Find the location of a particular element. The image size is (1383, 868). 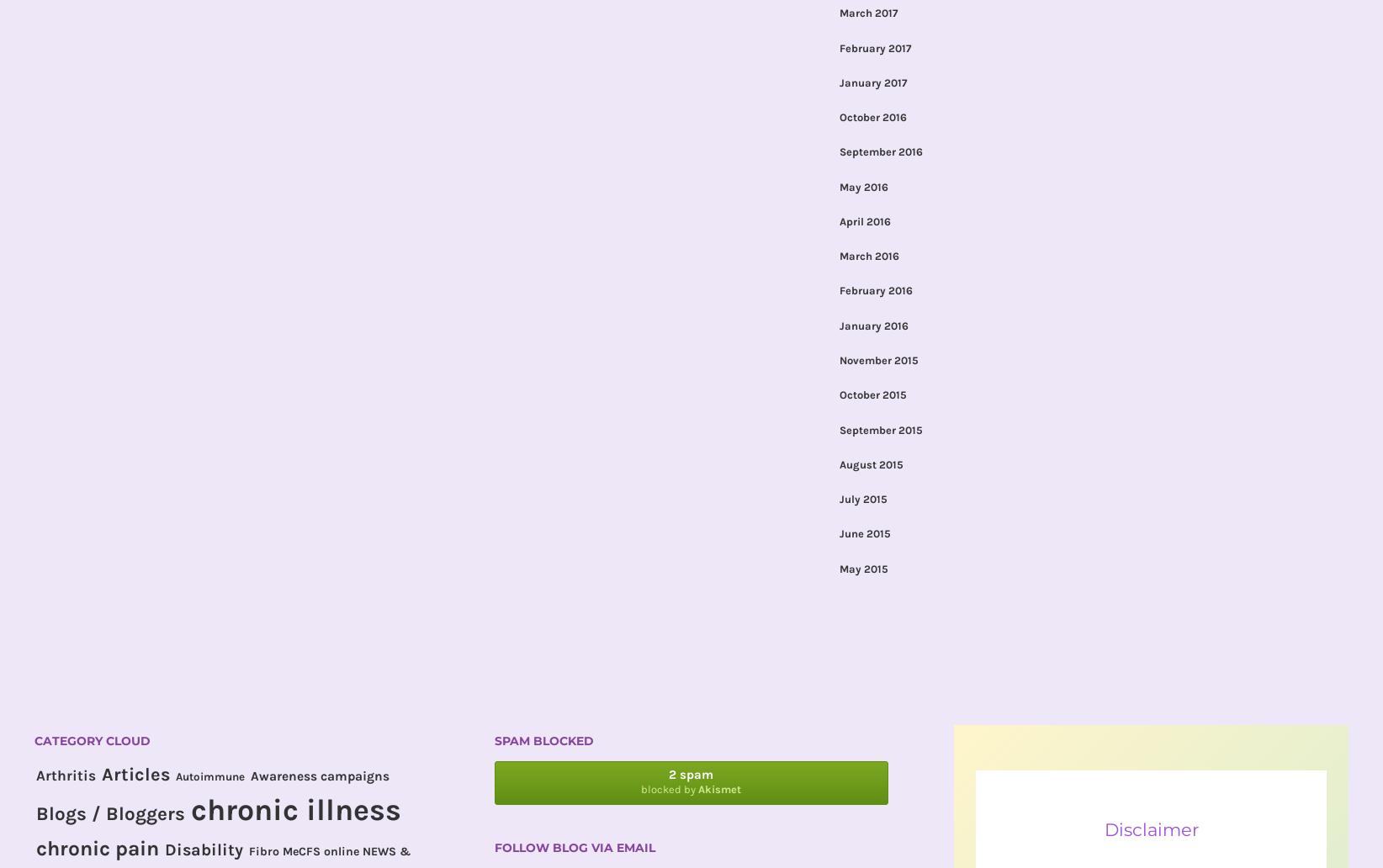

'March 2016' is located at coordinates (868, 256).